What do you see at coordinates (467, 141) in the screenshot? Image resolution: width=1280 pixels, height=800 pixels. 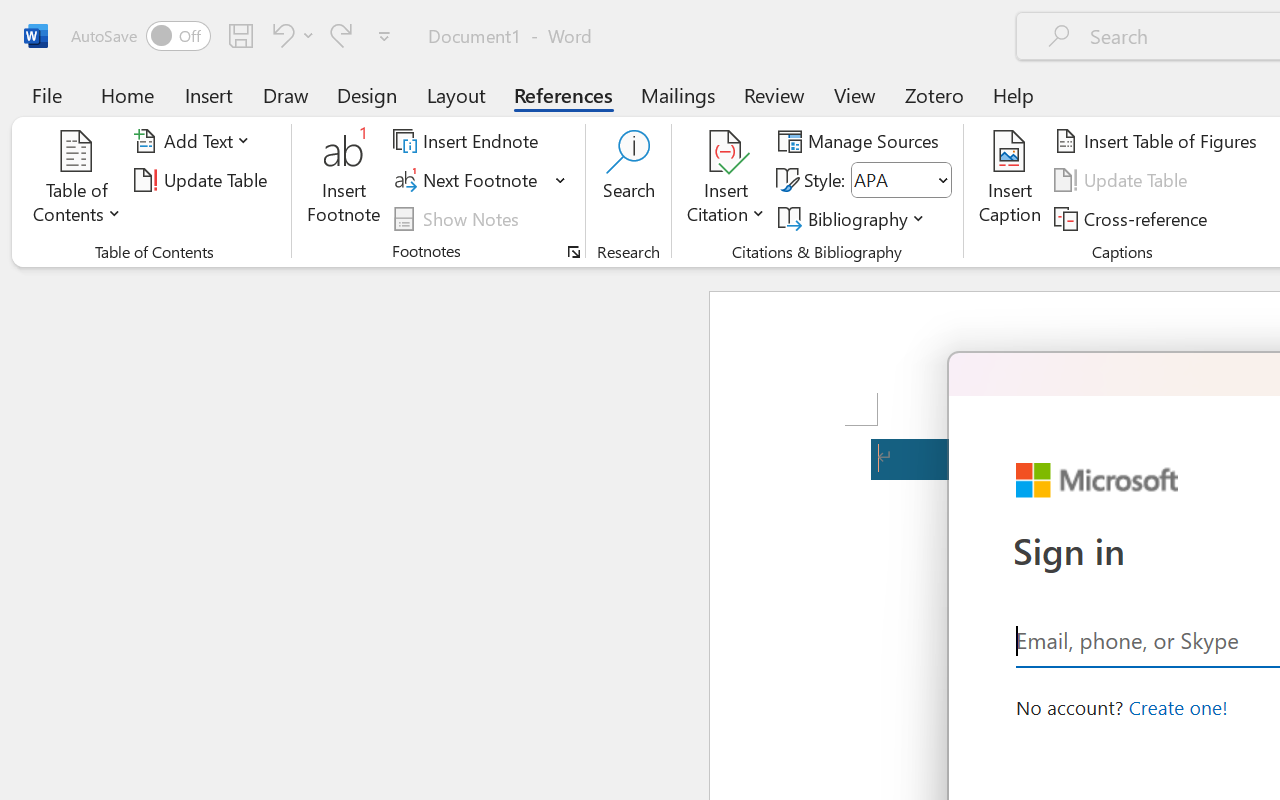 I see `'Insert Endnote'` at bounding box center [467, 141].